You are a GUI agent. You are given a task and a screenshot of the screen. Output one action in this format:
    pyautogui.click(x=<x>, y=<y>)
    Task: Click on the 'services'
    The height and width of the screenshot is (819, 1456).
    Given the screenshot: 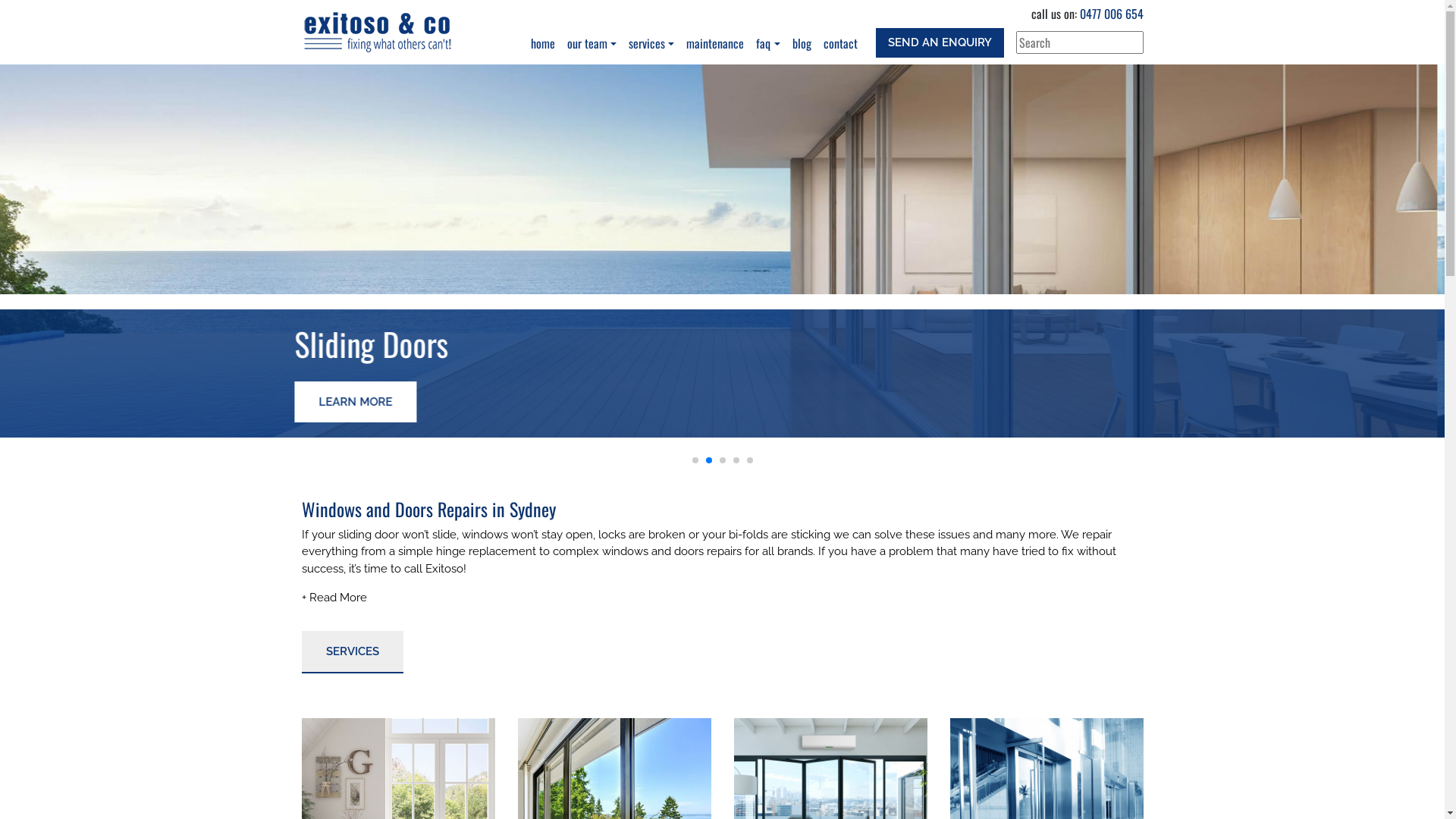 What is the action you would take?
    pyautogui.click(x=651, y=42)
    